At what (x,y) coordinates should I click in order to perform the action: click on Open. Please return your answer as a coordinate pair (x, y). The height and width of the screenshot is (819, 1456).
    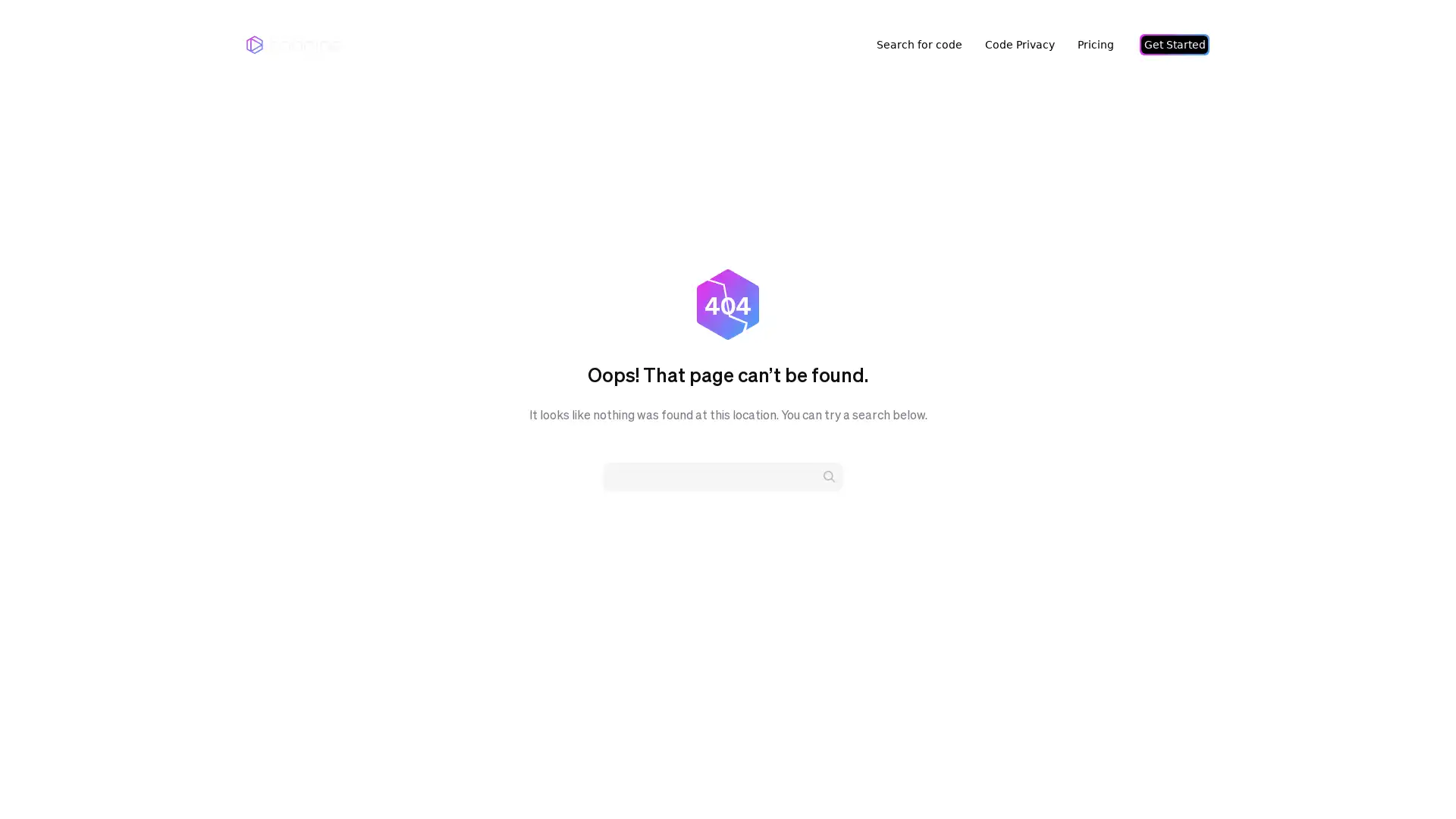
    Looking at the image, I should click on (1410, 778).